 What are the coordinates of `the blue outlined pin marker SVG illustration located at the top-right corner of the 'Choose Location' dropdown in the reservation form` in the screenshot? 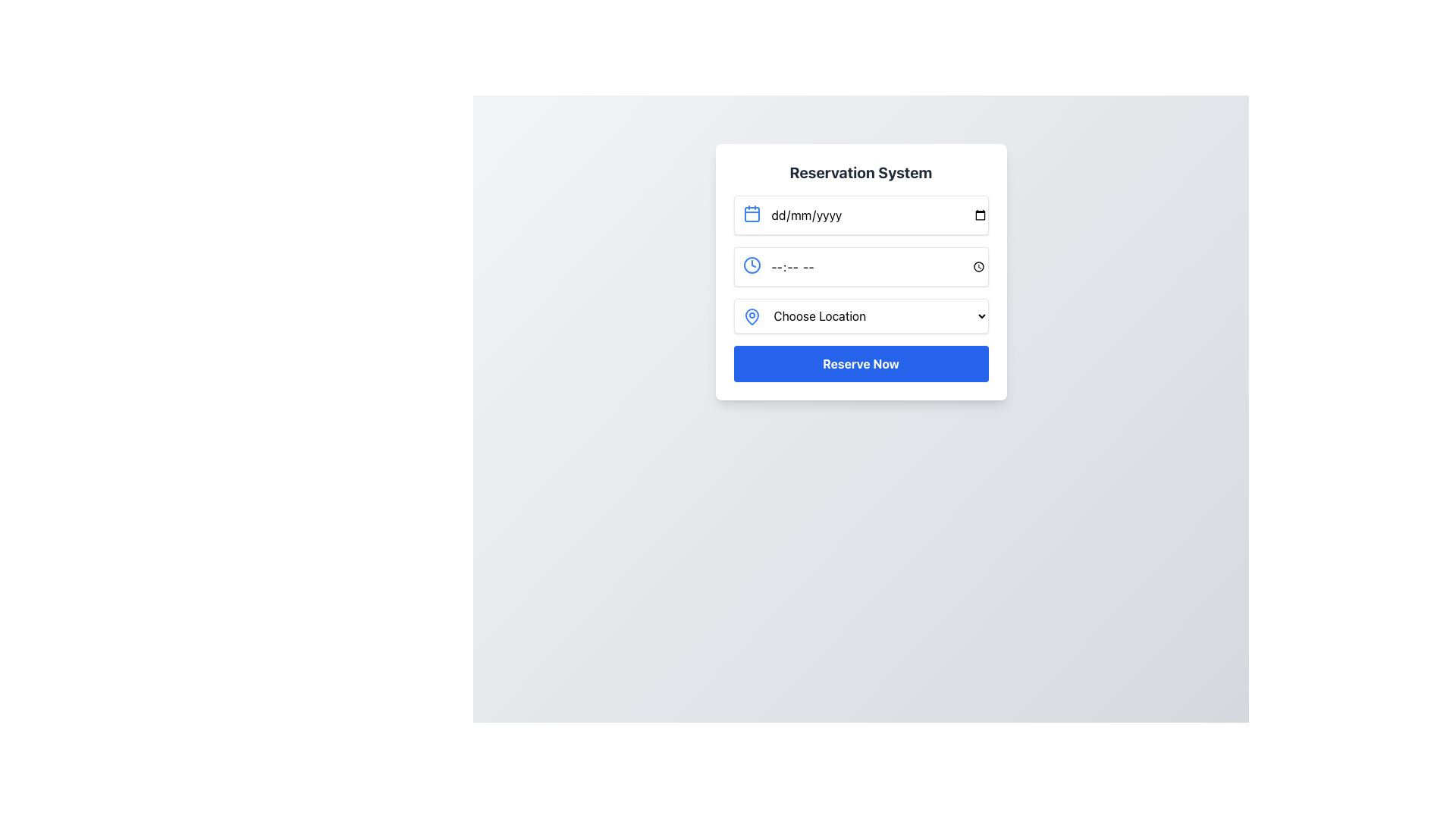 It's located at (752, 315).